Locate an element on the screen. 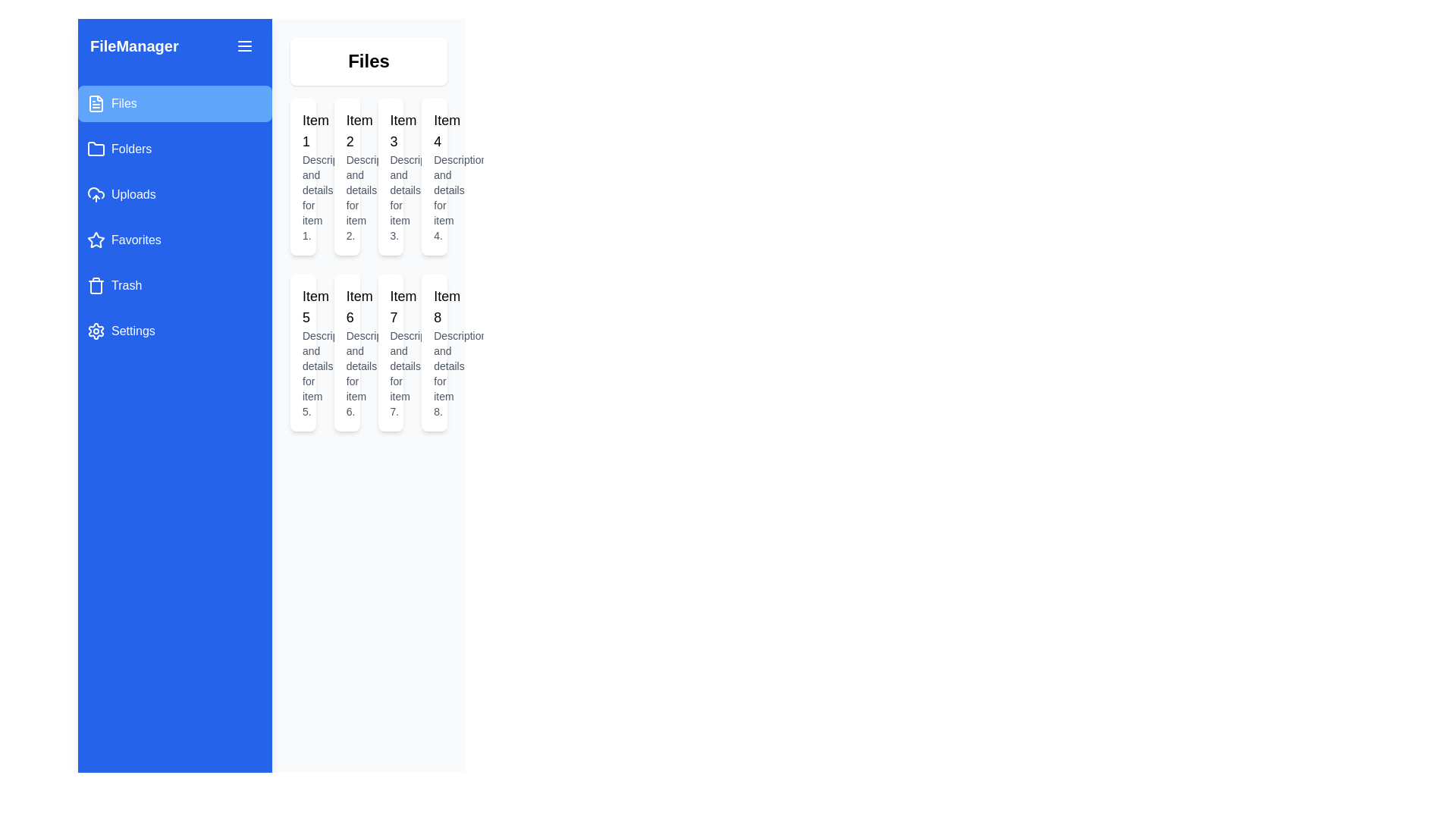 This screenshot has height=819, width=1456. the Display card that shows 'Item 8', which is located in the second row and fourth column of the grid layout is located at coordinates (434, 353).